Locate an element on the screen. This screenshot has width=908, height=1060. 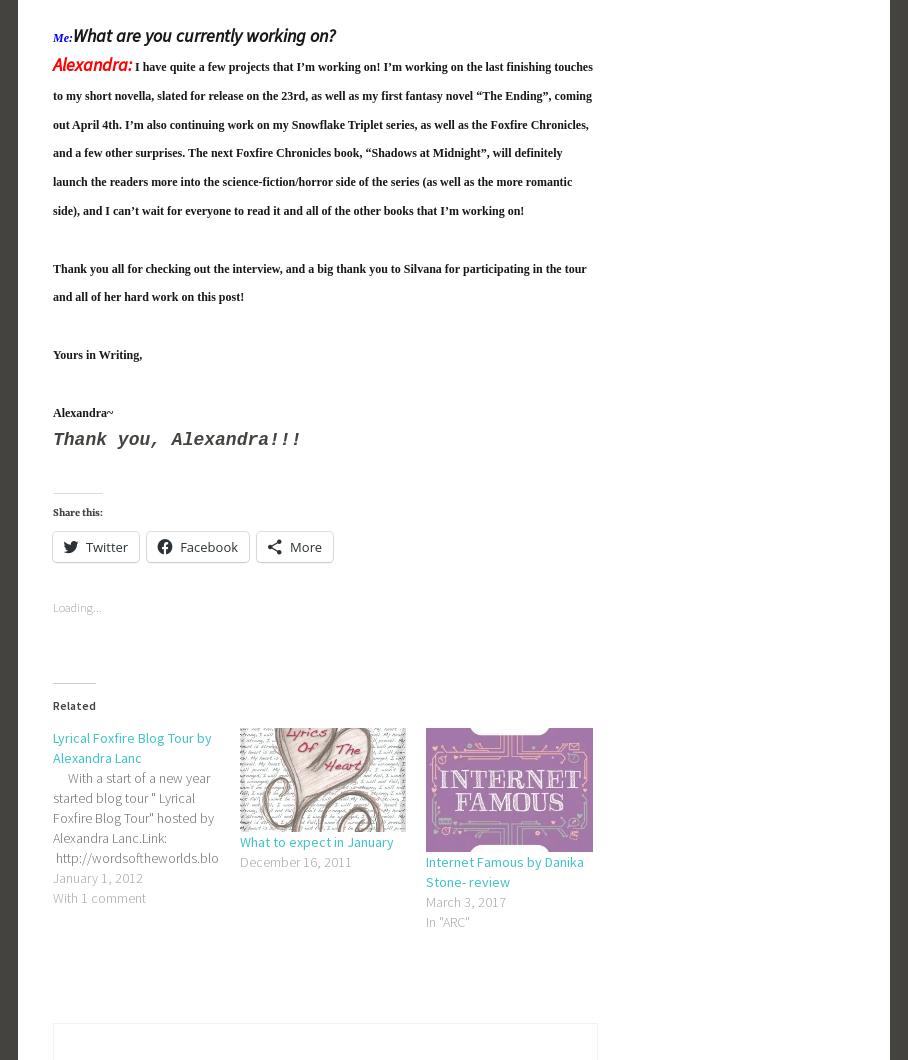
'Me:' is located at coordinates (63, 37).